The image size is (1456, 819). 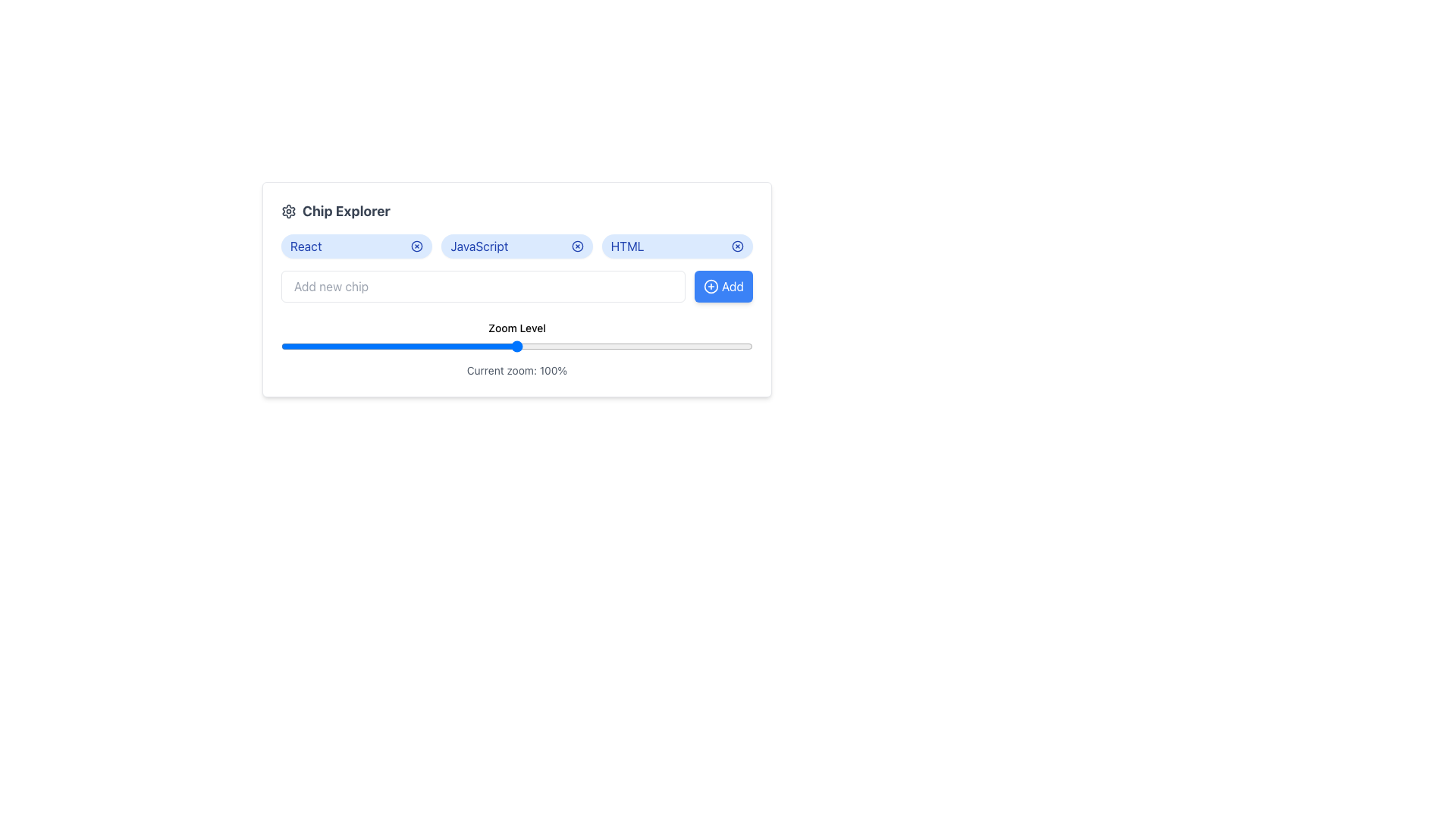 I want to click on the 'Add' button which has a blue background, white text, rounded corners, and a plus icon on the left, located towards the right end of the layout, so click(x=723, y=287).